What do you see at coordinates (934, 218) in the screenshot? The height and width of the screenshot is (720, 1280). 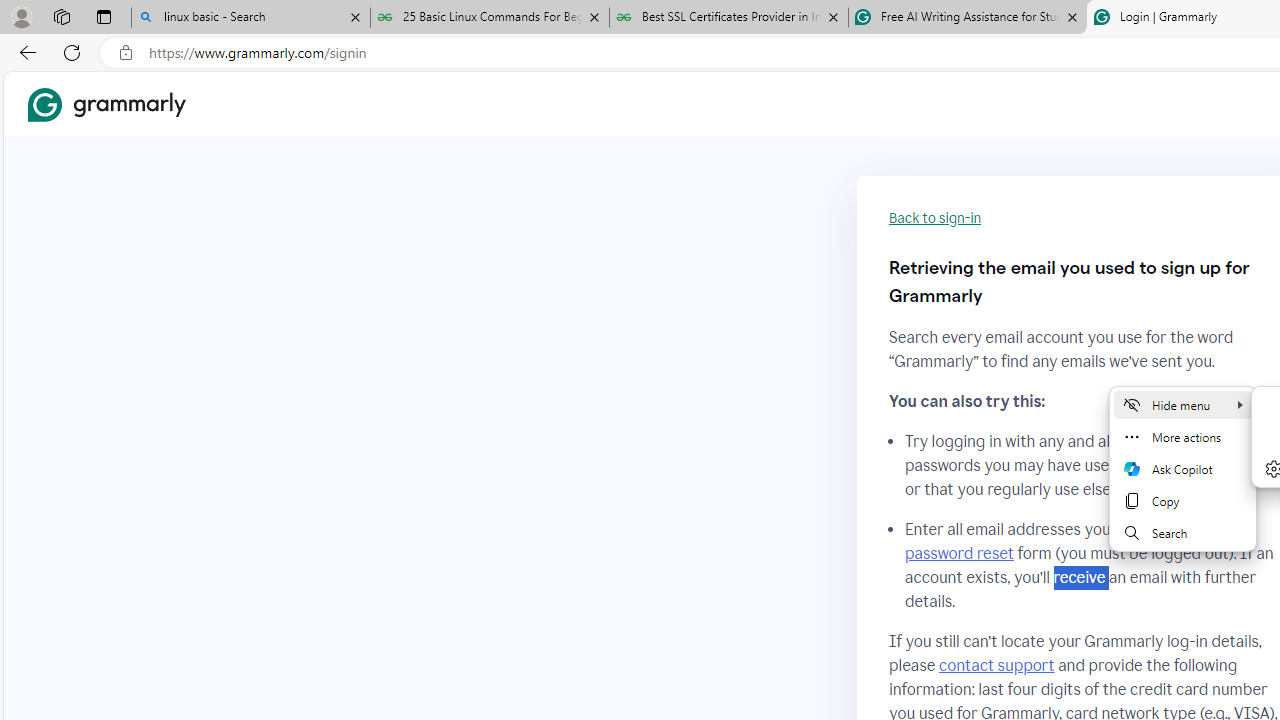 I see `'Back to sign-in'` at bounding box center [934, 218].